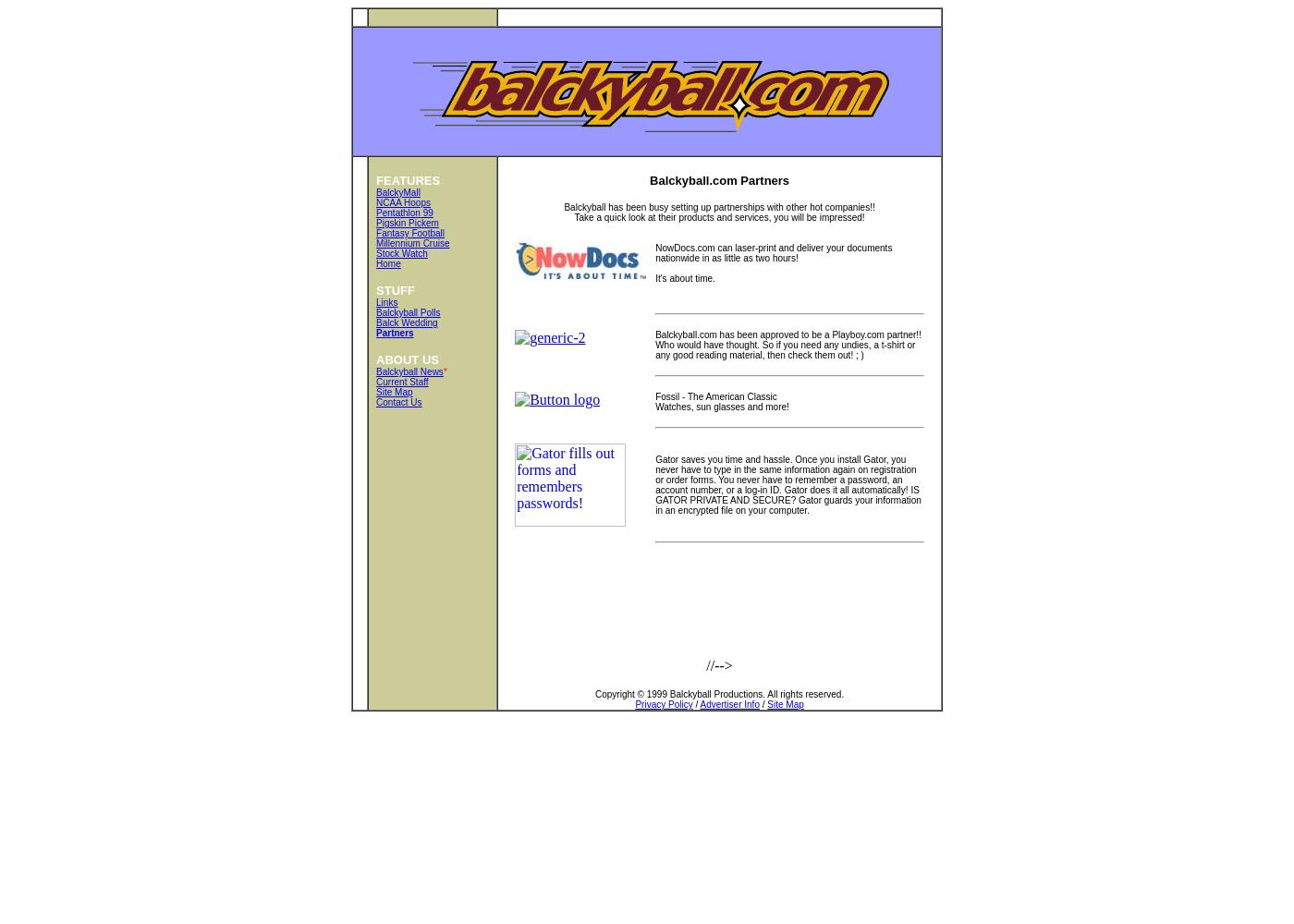 The height and width of the screenshot is (924, 1294). Describe the element at coordinates (787, 485) in the screenshot. I see `'Gator 
              saves you time and hassle. Once you install Gator, you never have 
              to type in the same information again on registration or order forms. 
              You never have to remember a password, an account number, or a log-in 
              ID. Gator does it all automatically! IS GATOR PRIVATE AND SECURE? 
              Gator guards your information in an encrypted file on your computer.'` at that location.